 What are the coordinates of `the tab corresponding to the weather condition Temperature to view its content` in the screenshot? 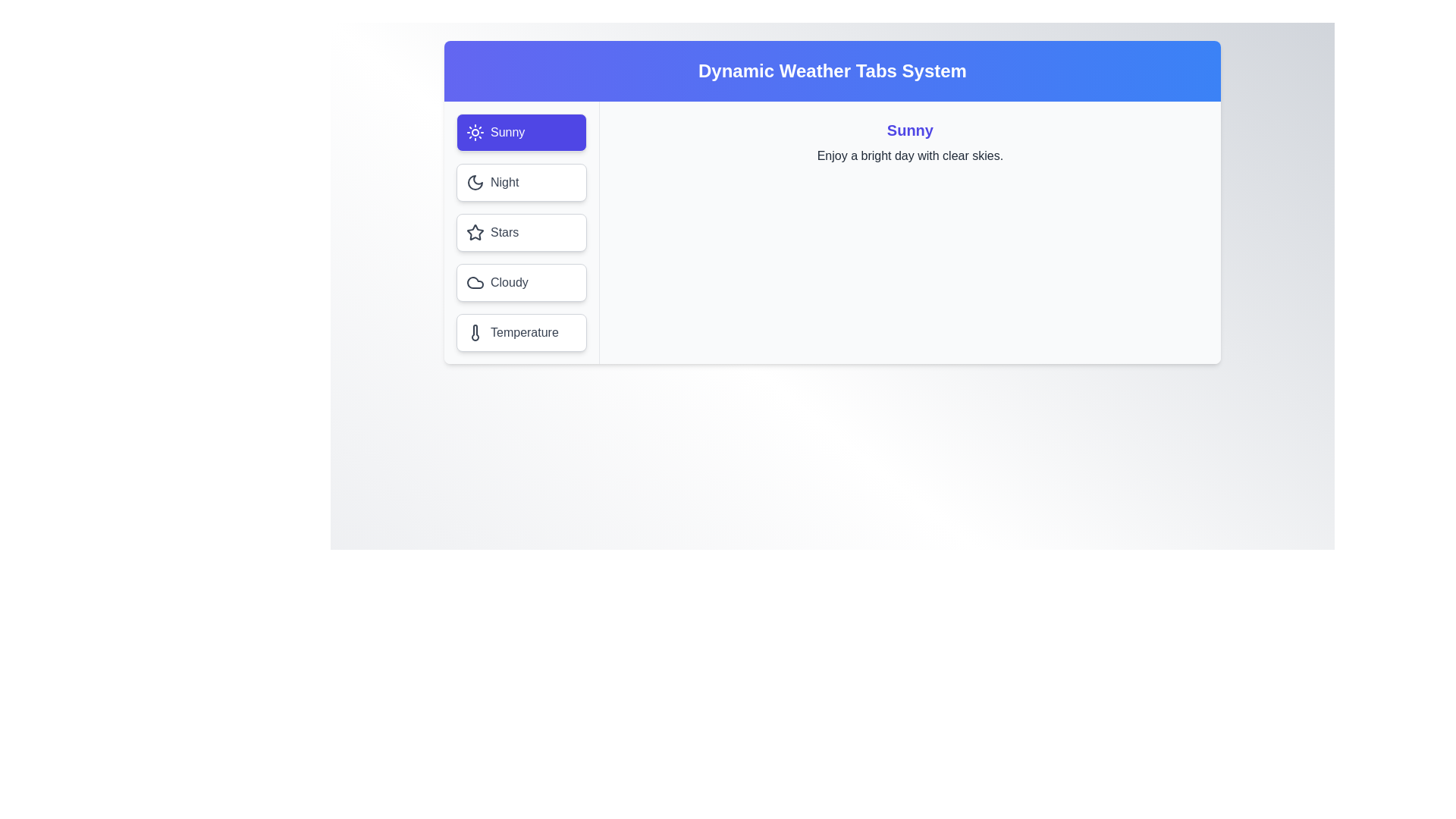 It's located at (520, 332).